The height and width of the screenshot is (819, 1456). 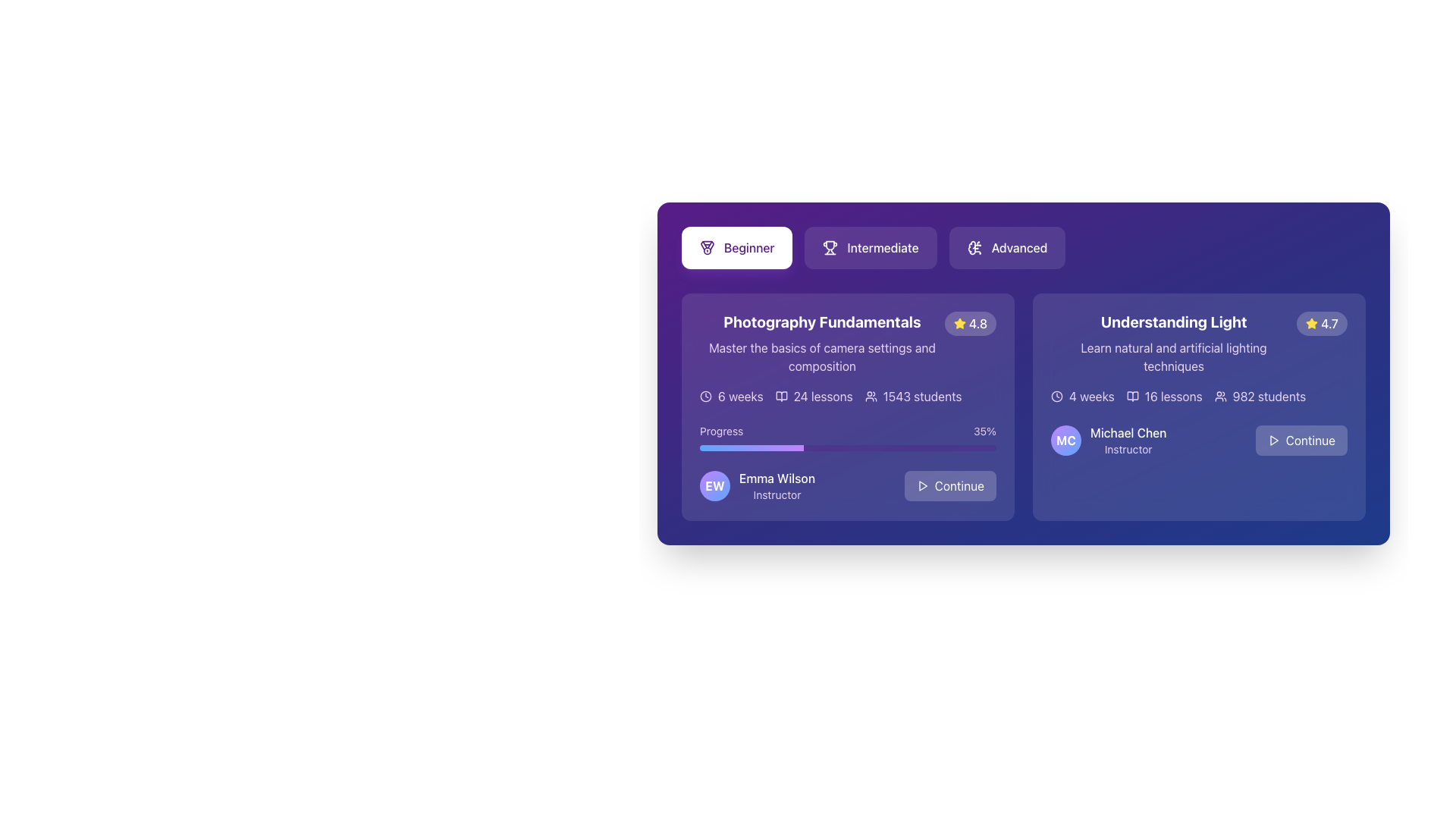 I want to click on the yellow star-shaped icon located to the left of the rating '4.7' in the upper-right card of the multi-card layout, so click(x=1311, y=323).